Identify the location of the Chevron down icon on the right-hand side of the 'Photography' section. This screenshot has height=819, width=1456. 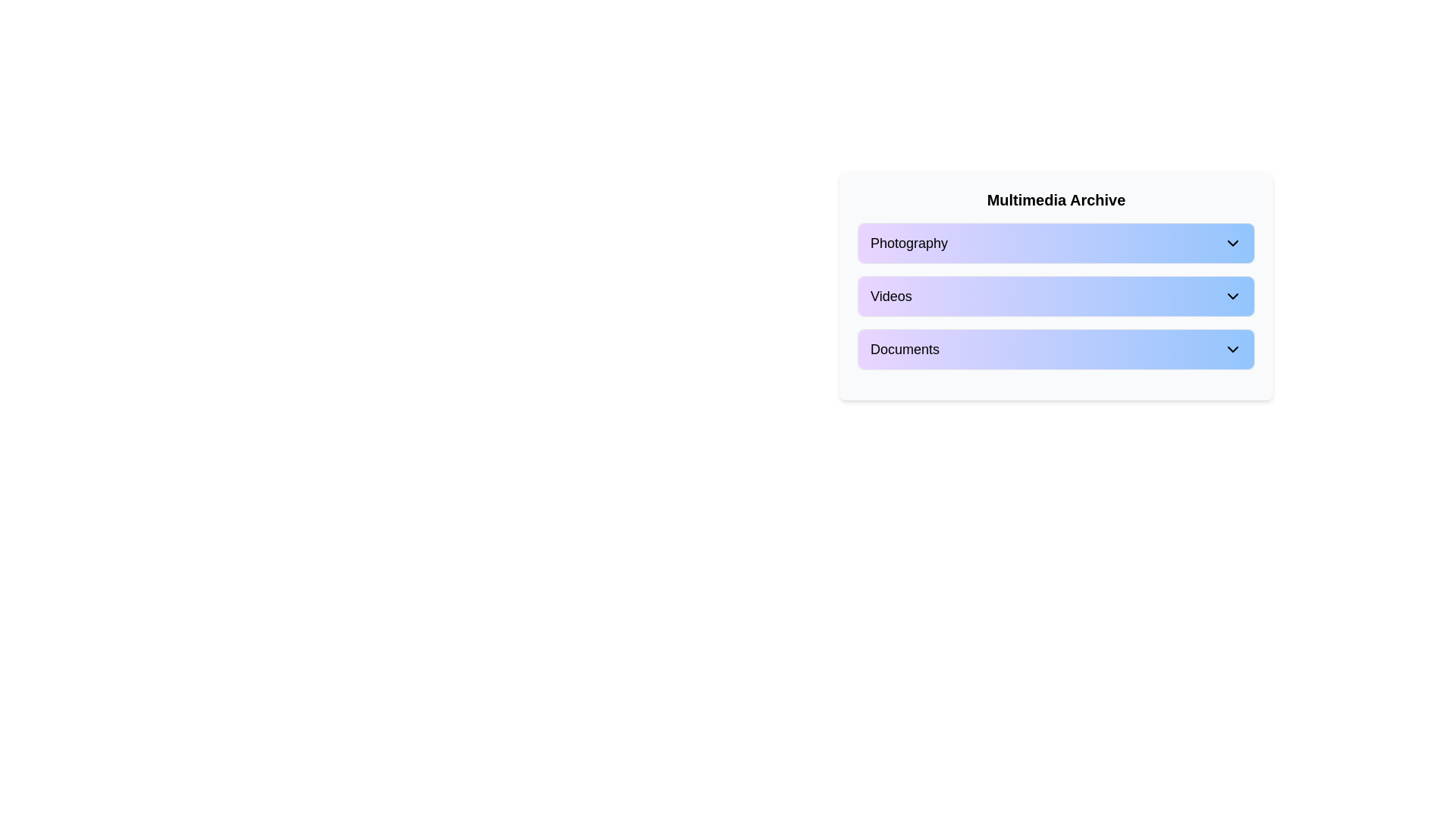
(1233, 242).